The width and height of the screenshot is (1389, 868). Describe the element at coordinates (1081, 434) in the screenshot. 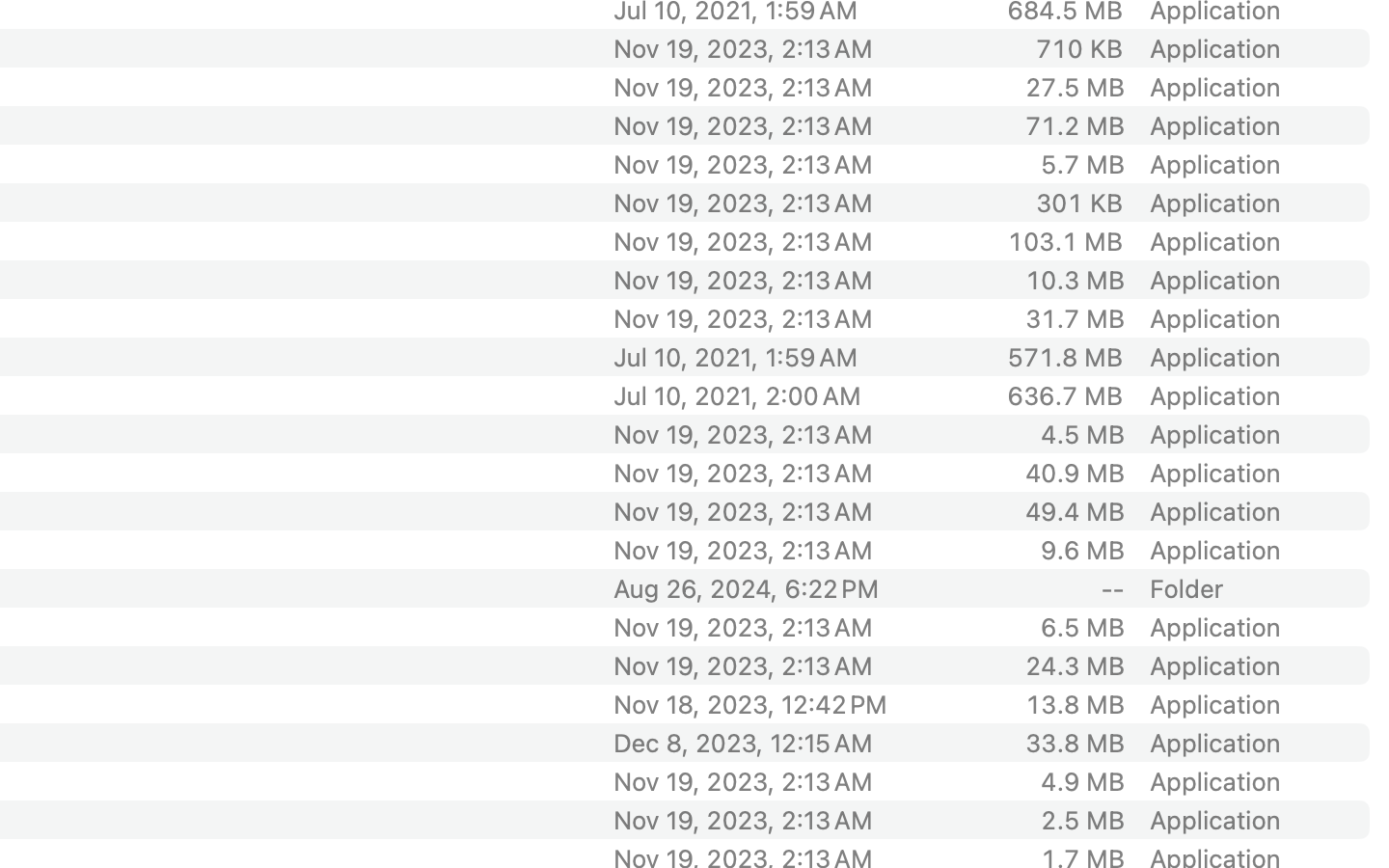

I see `'4.5 MB'` at that location.